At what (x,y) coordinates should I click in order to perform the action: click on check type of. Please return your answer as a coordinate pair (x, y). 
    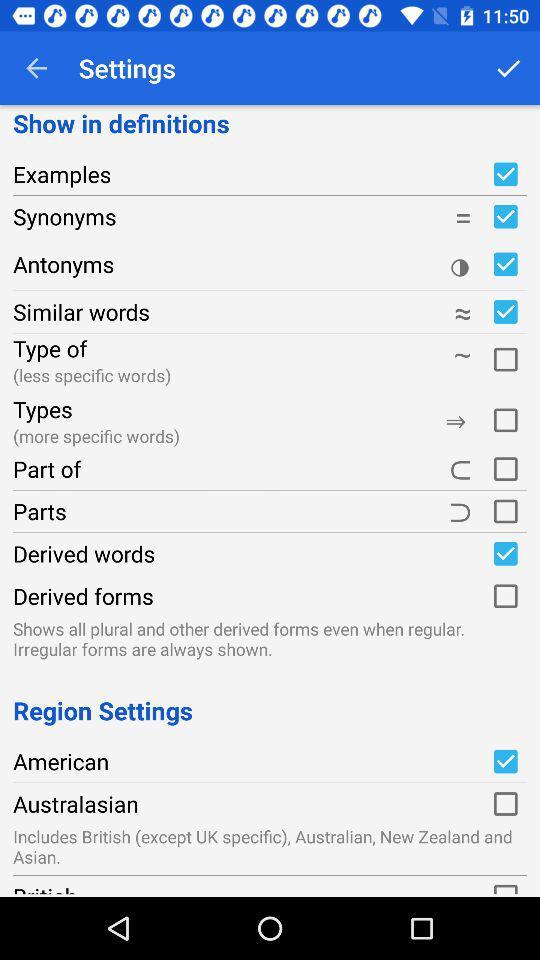
    Looking at the image, I should click on (504, 357).